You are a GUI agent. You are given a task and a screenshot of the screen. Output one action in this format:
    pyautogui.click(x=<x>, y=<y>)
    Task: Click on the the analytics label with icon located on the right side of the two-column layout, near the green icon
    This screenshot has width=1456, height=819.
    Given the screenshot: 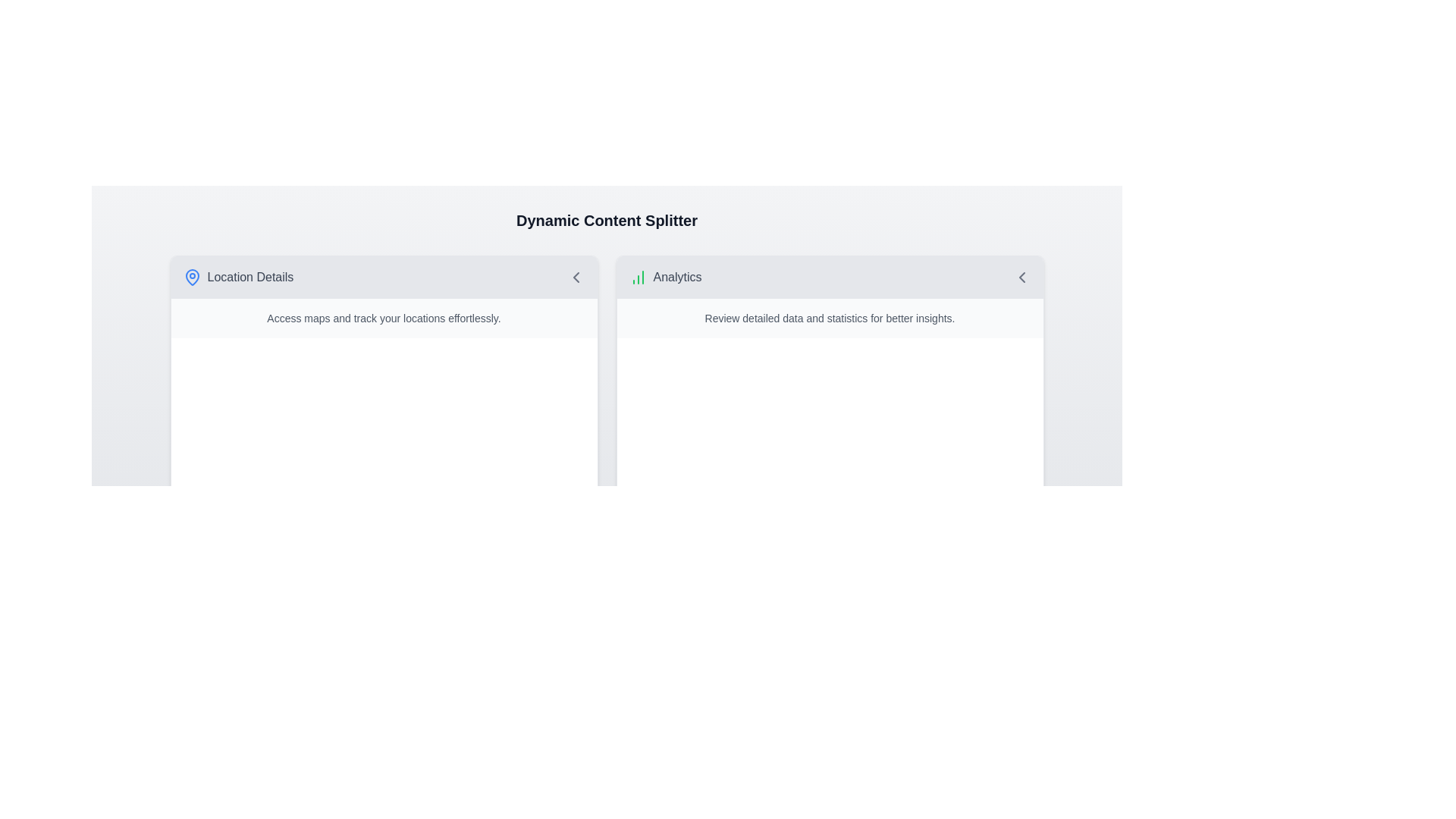 What is the action you would take?
    pyautogui.click(x=665, y=278)
    